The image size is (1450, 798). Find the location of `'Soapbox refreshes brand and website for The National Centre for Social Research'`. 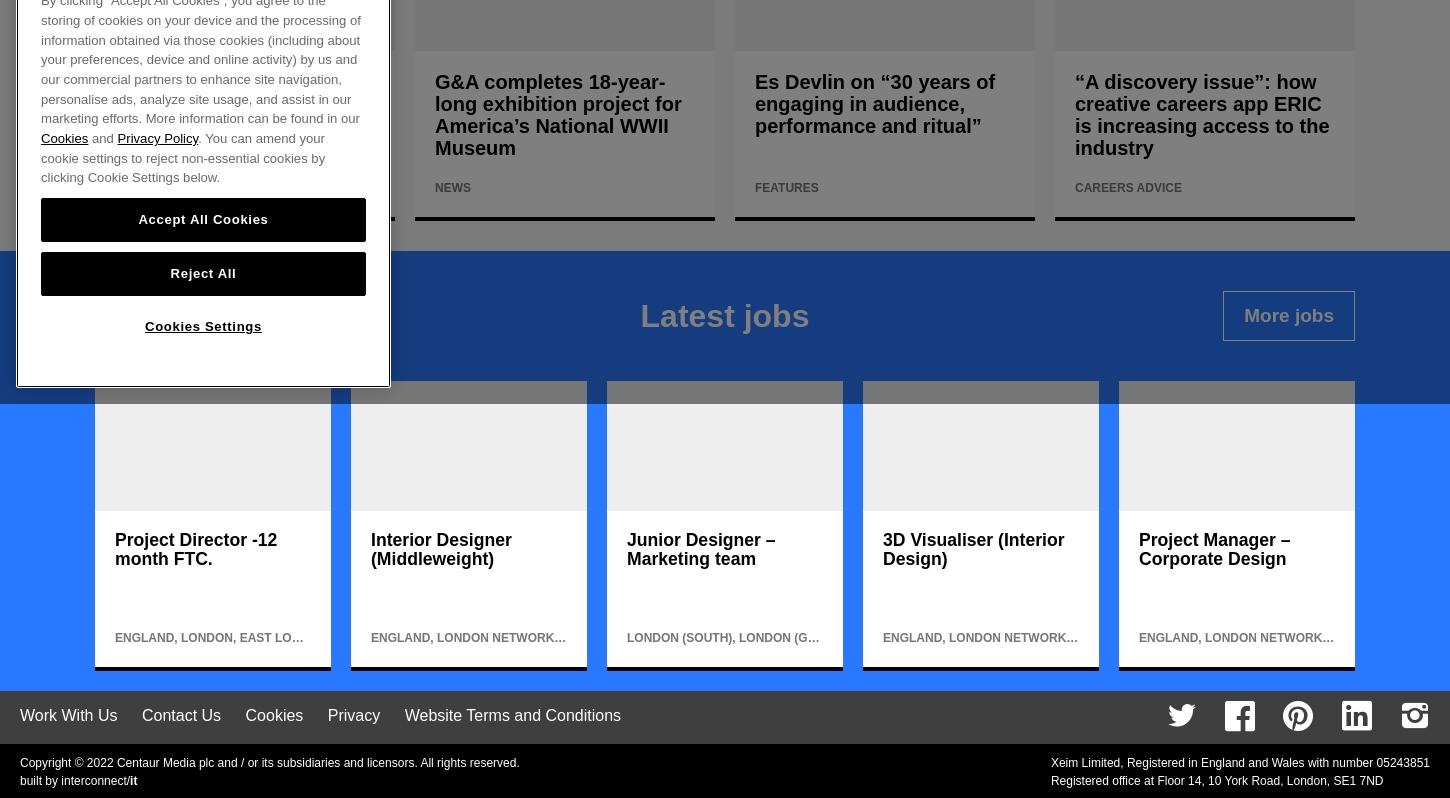

'Soapbox refreshes brand and website for The National Centre for Social Research' is located at coordinates (235, 114).